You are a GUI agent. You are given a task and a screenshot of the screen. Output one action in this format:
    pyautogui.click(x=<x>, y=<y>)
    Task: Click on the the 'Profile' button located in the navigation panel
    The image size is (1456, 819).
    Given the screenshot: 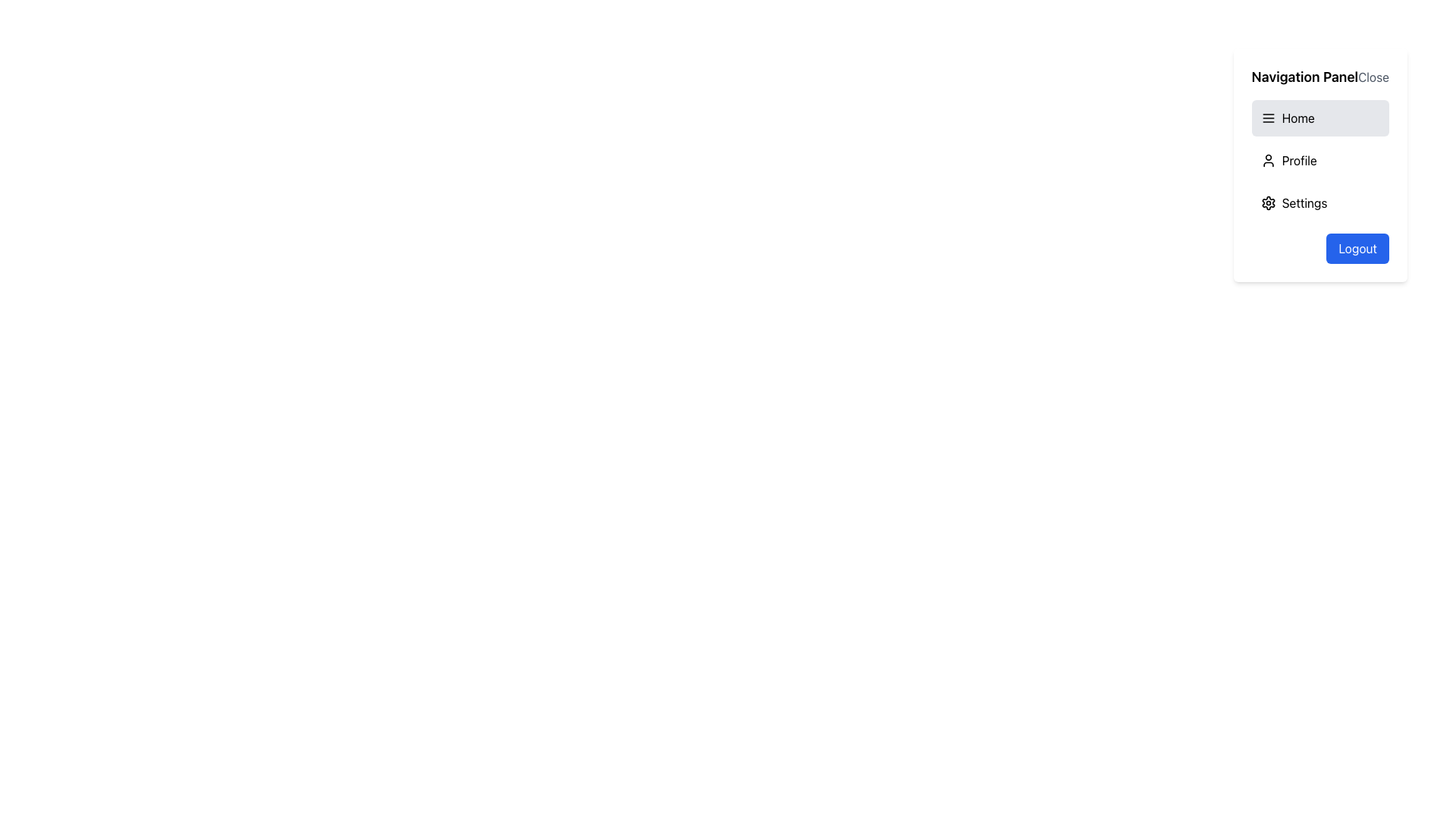 What is the action you would take?
    pyautogui.click(x=1319, y=161)
    